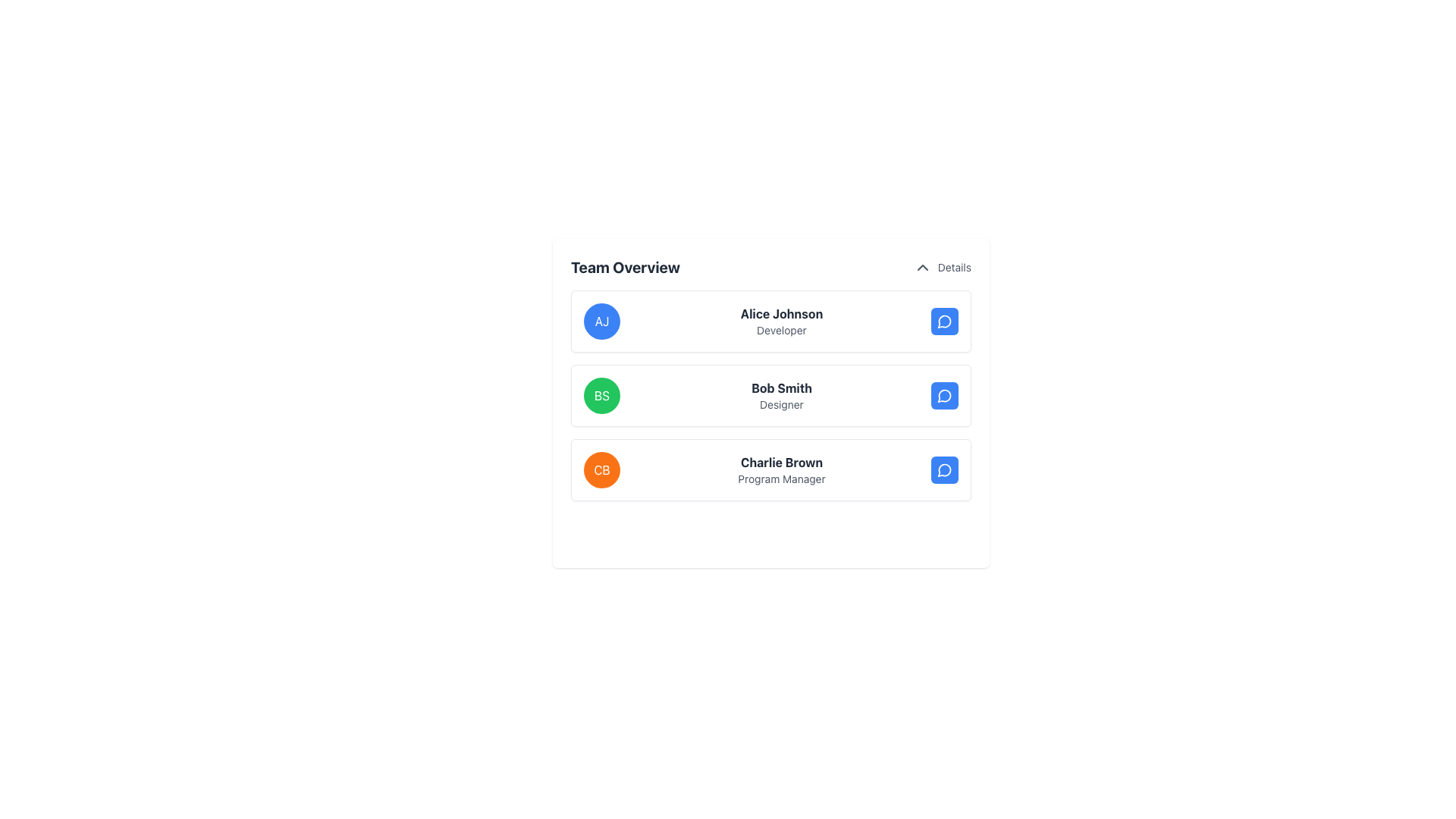 The height and width of the screenshot is (819, 1456). I want to click on the second speech bubble icon in the 'Team Overview' module for Bob Smith, so click(944, 394).